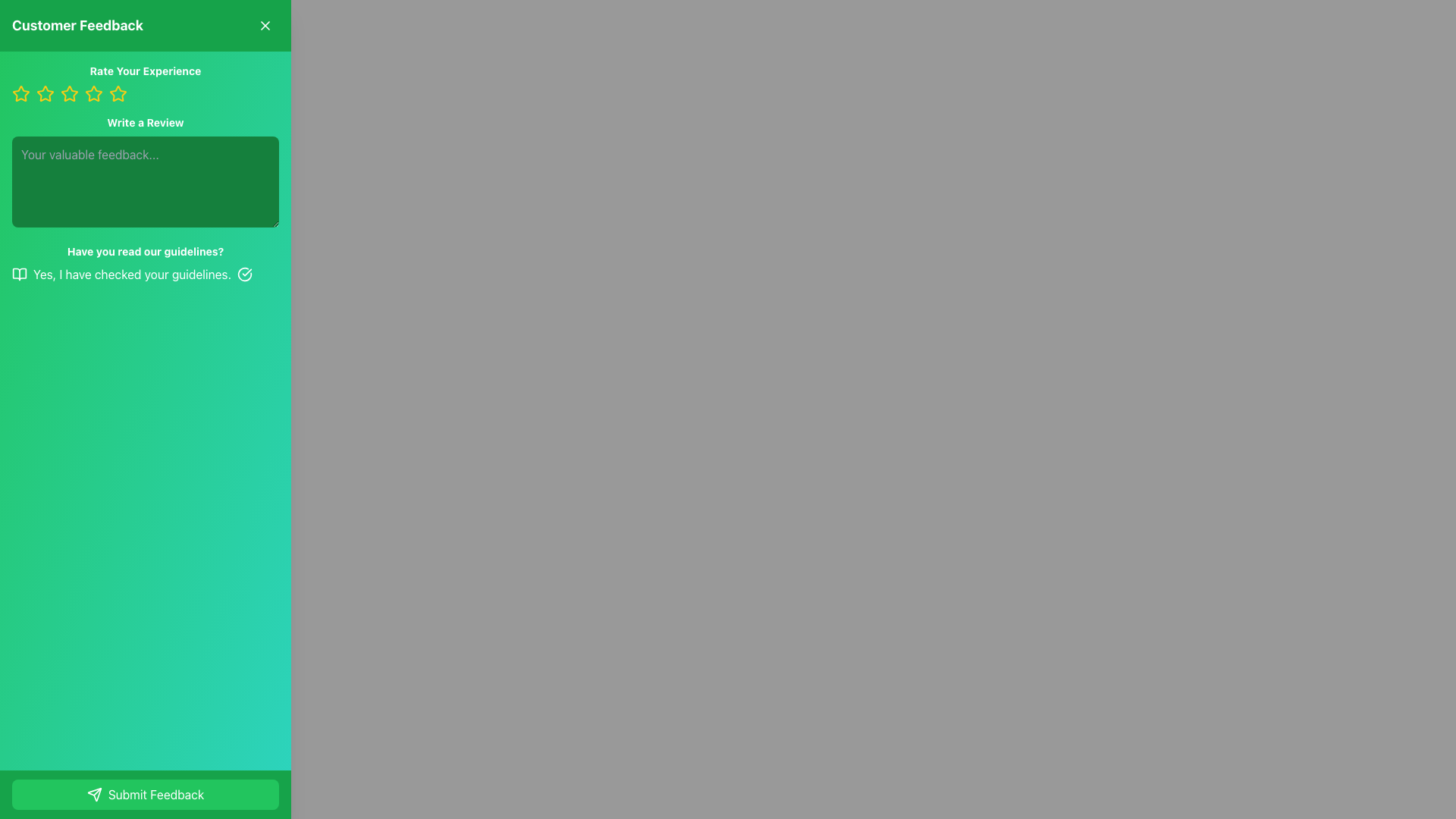  What do you see at coordinates (244, 275) in the screenshot?
I see `the checkmark icon within the checkbox component located to the right of the label text 'Yes, I have checked your guidelines.'` at bounding box center [244, 275].